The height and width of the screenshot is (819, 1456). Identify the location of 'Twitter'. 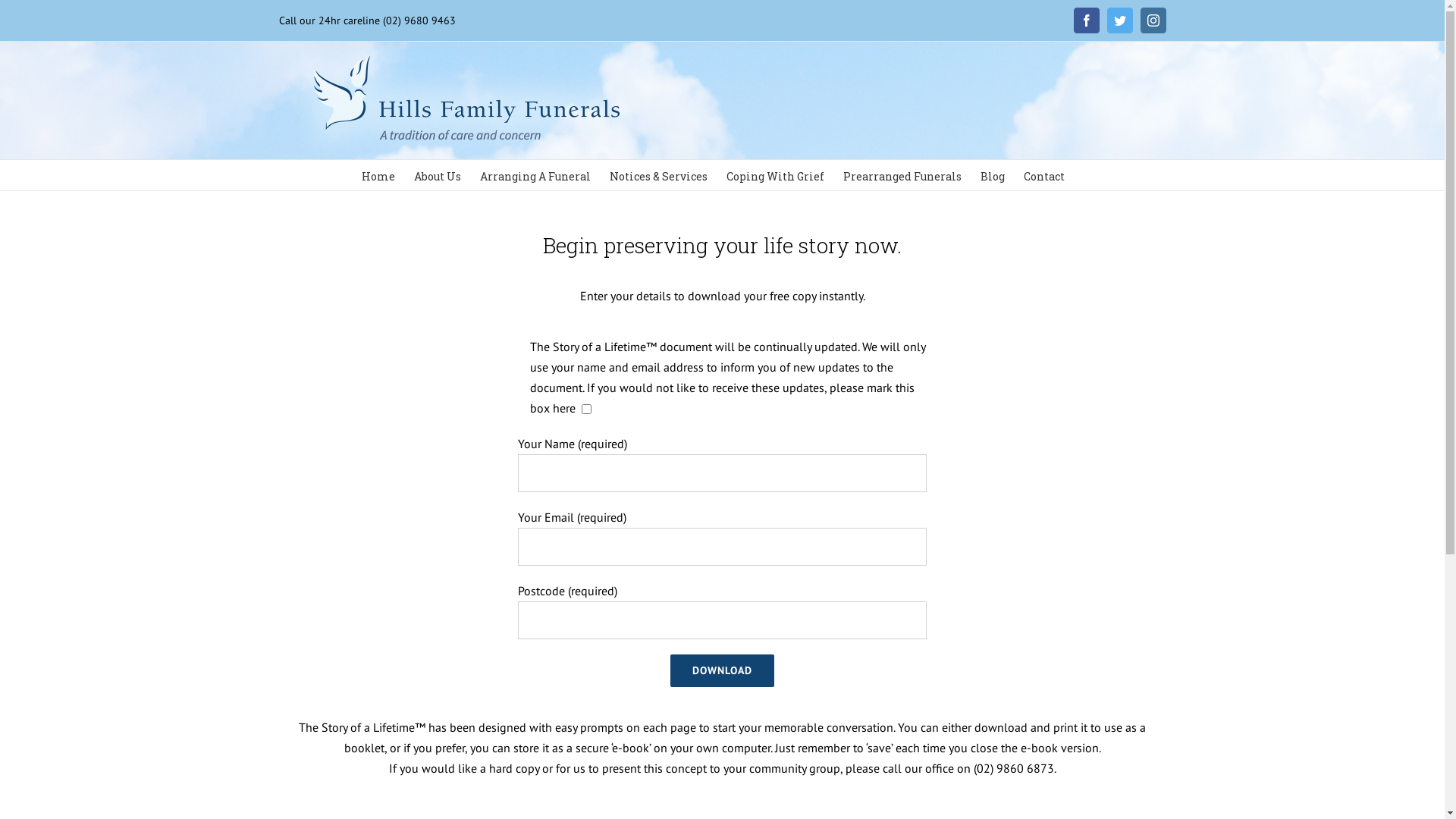
(1120, 20).